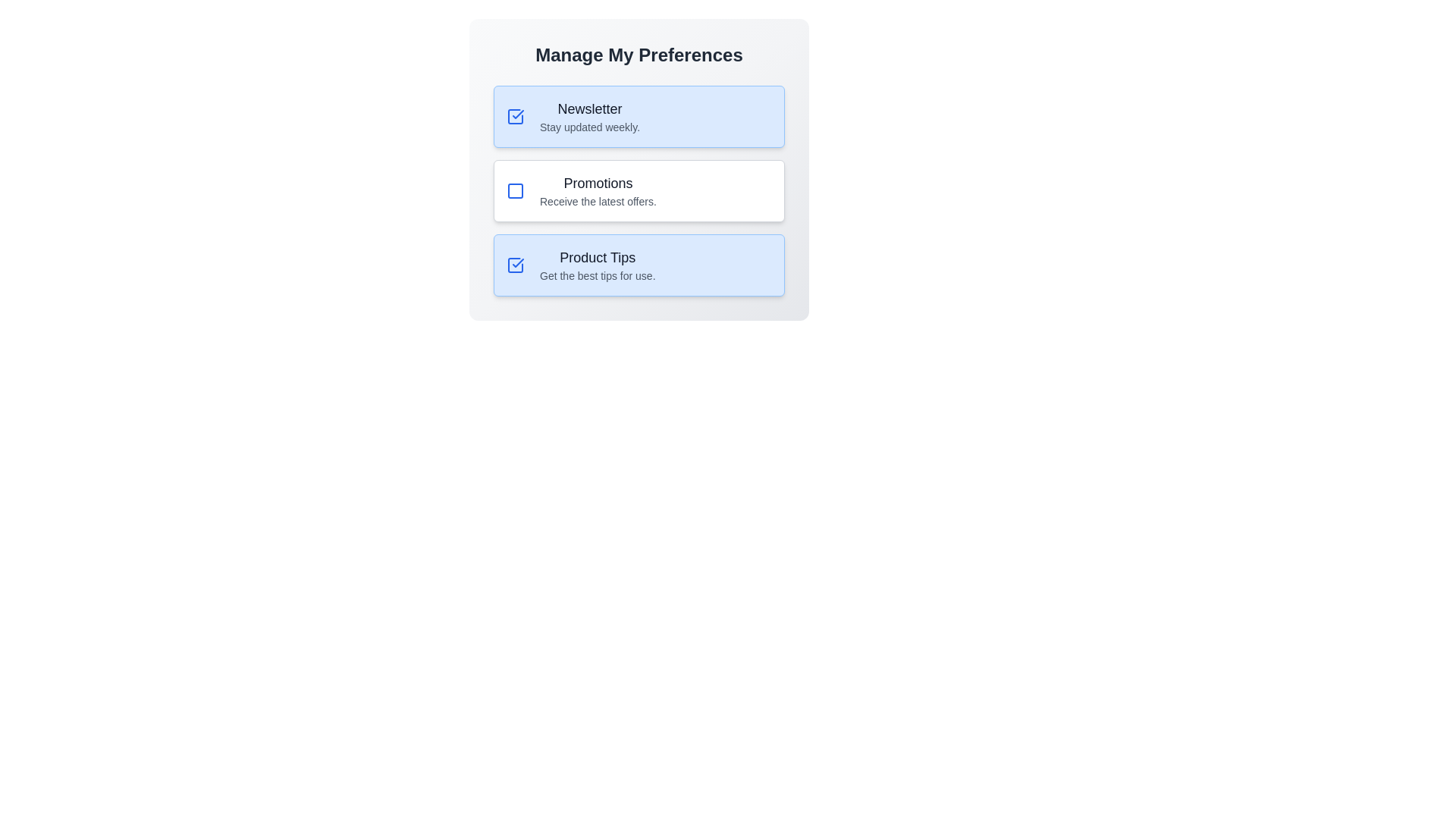  I want to click on the 'Promotions' text label which serves as a heading for the preference selection related to receiving promotional offers, so click(597, 183).